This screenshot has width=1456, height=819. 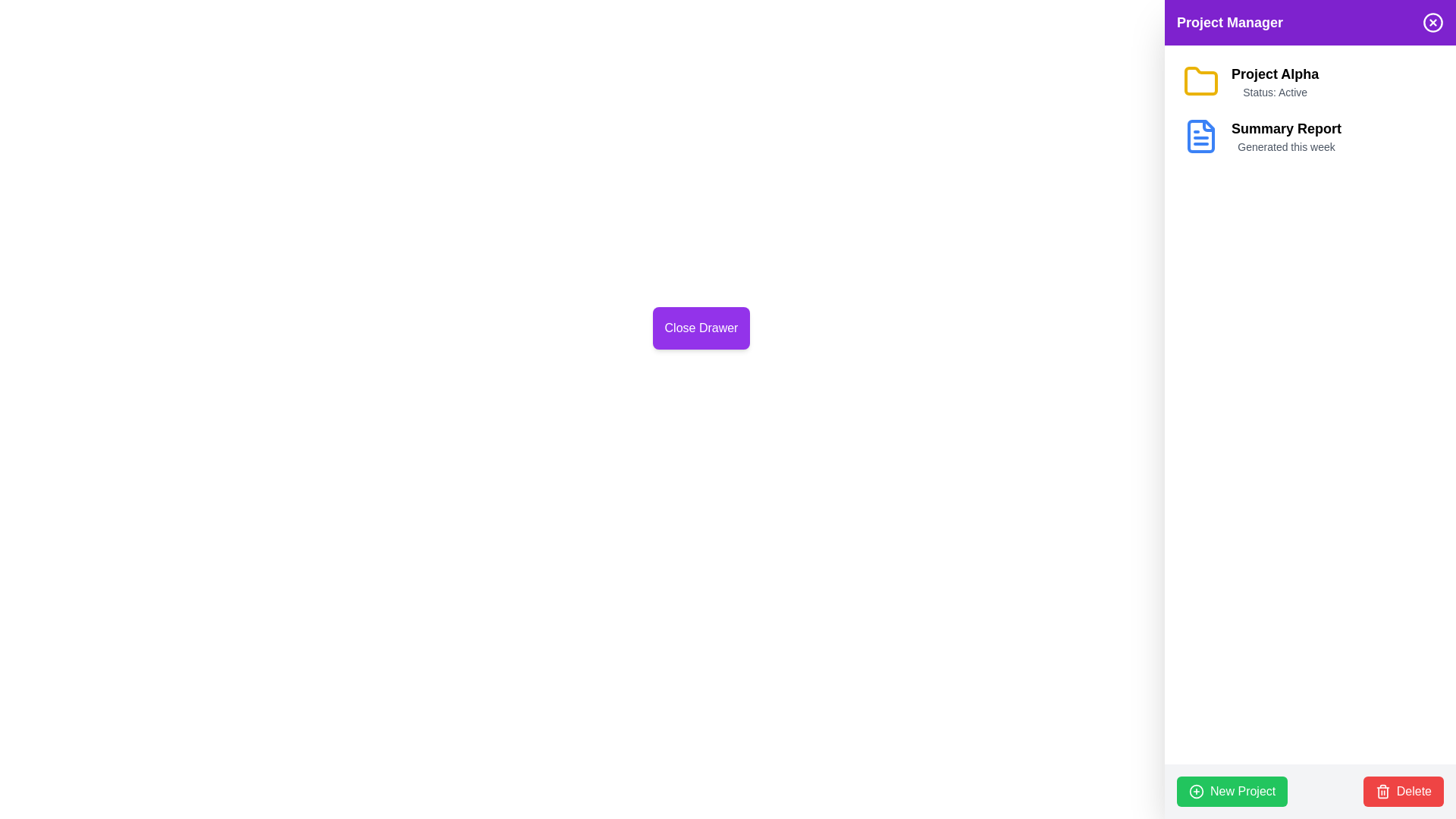 I want to click on the folder icon, which is a bold yellow icon representing a folder, located to the left of the 'Project Alpha' text in the 'Project Manager' panel, so click(x=1200, y=81).